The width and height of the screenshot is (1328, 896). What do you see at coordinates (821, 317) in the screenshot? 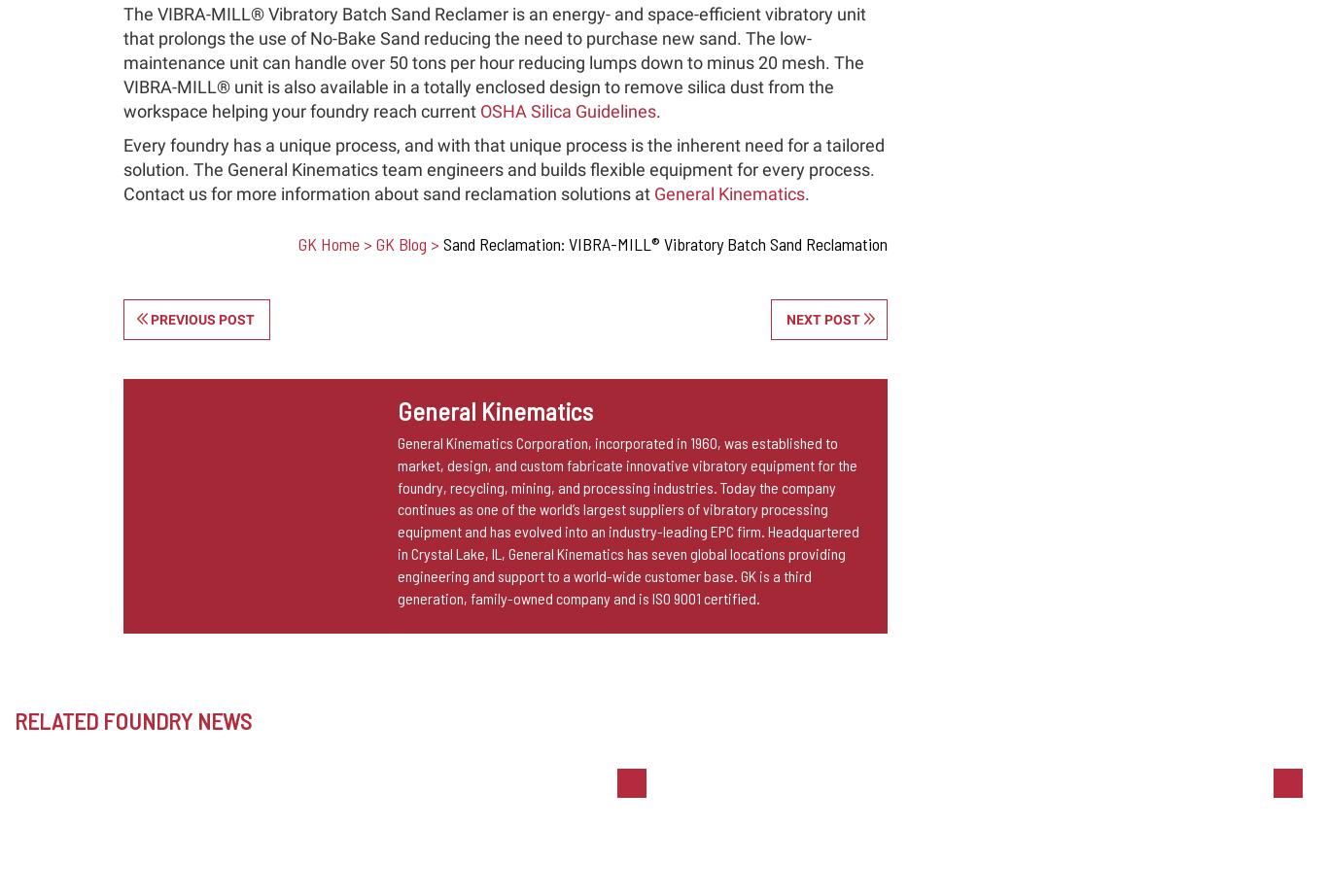
I see `'Next post'` at bounding box center [821, 317].